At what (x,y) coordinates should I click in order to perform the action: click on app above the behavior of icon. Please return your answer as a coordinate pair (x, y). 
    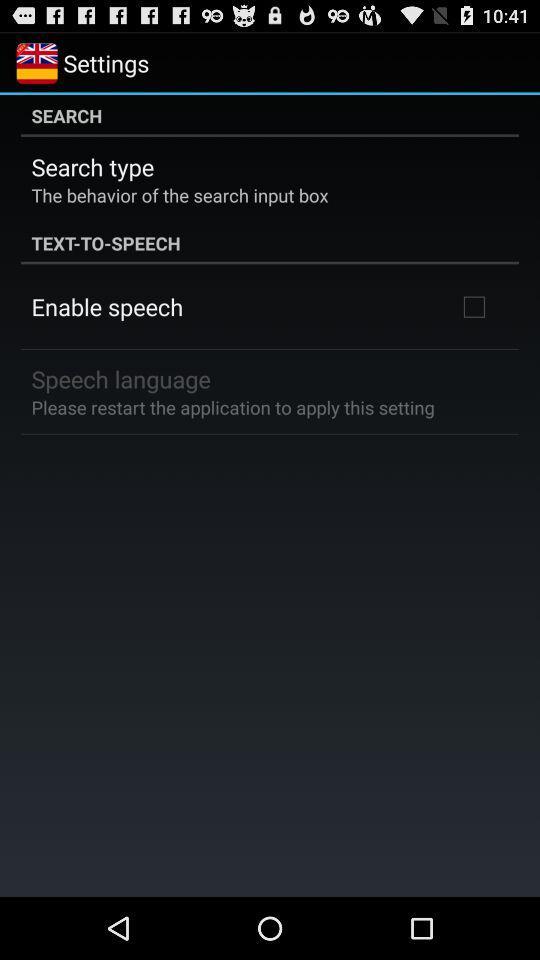
    Looking at the image, I should click on (91, 165).